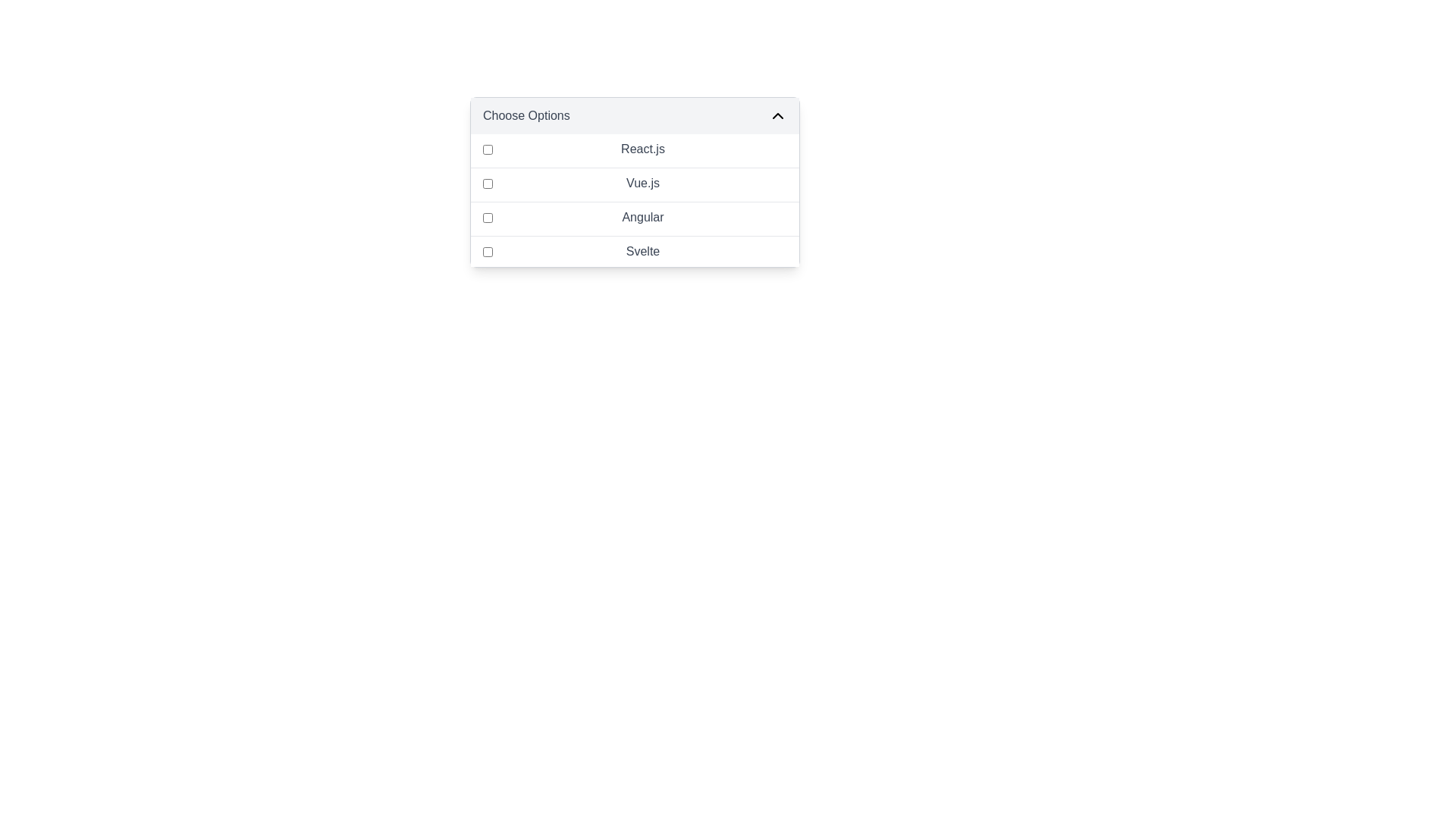 Image resolution: width=1456 pixels, height=819 pixels. I want to click on the checkbox, so click(488, 149).